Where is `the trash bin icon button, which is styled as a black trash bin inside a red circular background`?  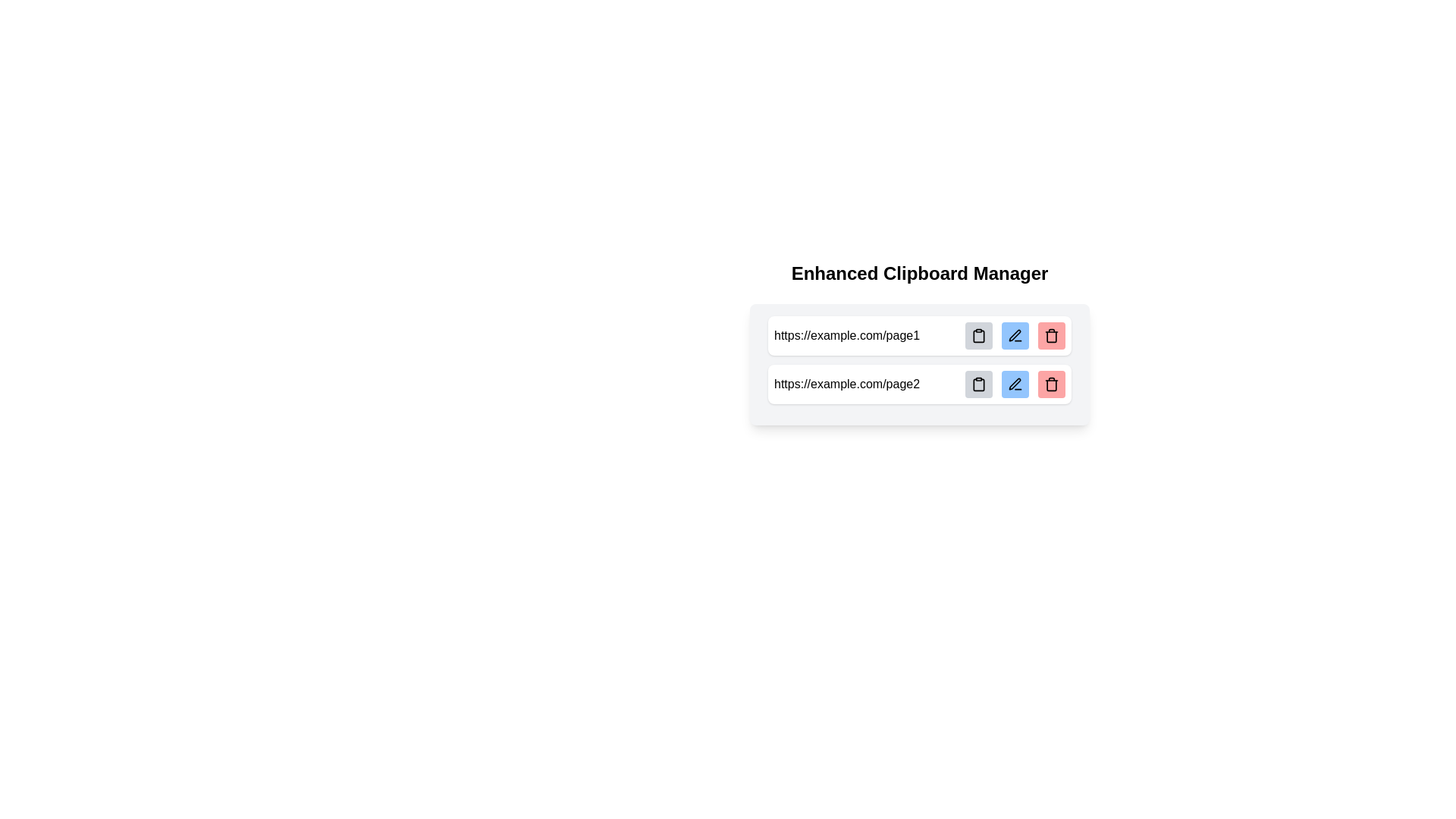
the trash bin icon button, which is styled as a black trash bin inside a red circular background is located at coordinates (1051, 335).